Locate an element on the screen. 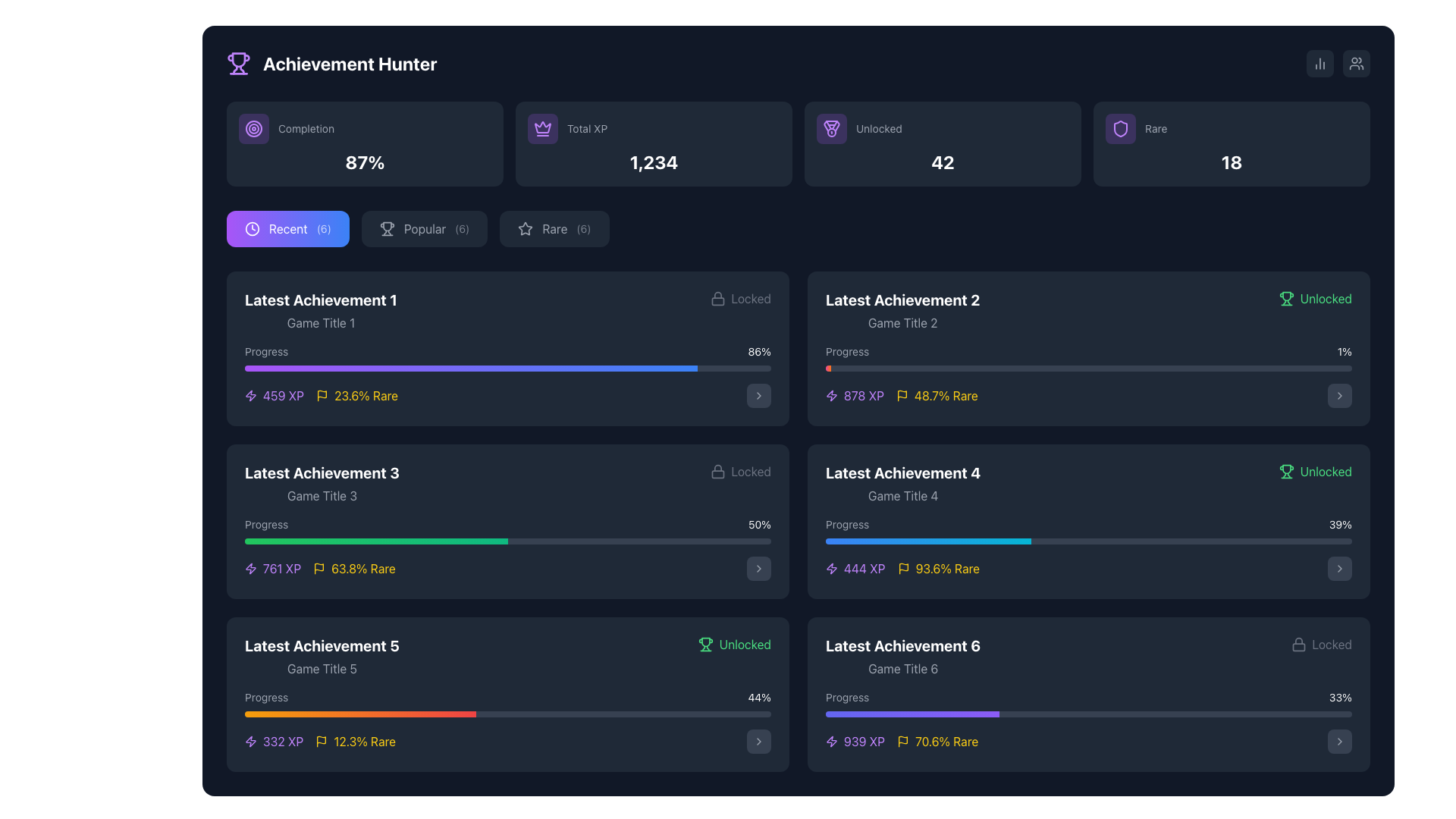  the purple-colored text label displaying '761 XP' located in the third card under 'Latest Achievement 3', below the progress bar and adjacent to the lightning bolt icon is located at coordinates (282, 568).